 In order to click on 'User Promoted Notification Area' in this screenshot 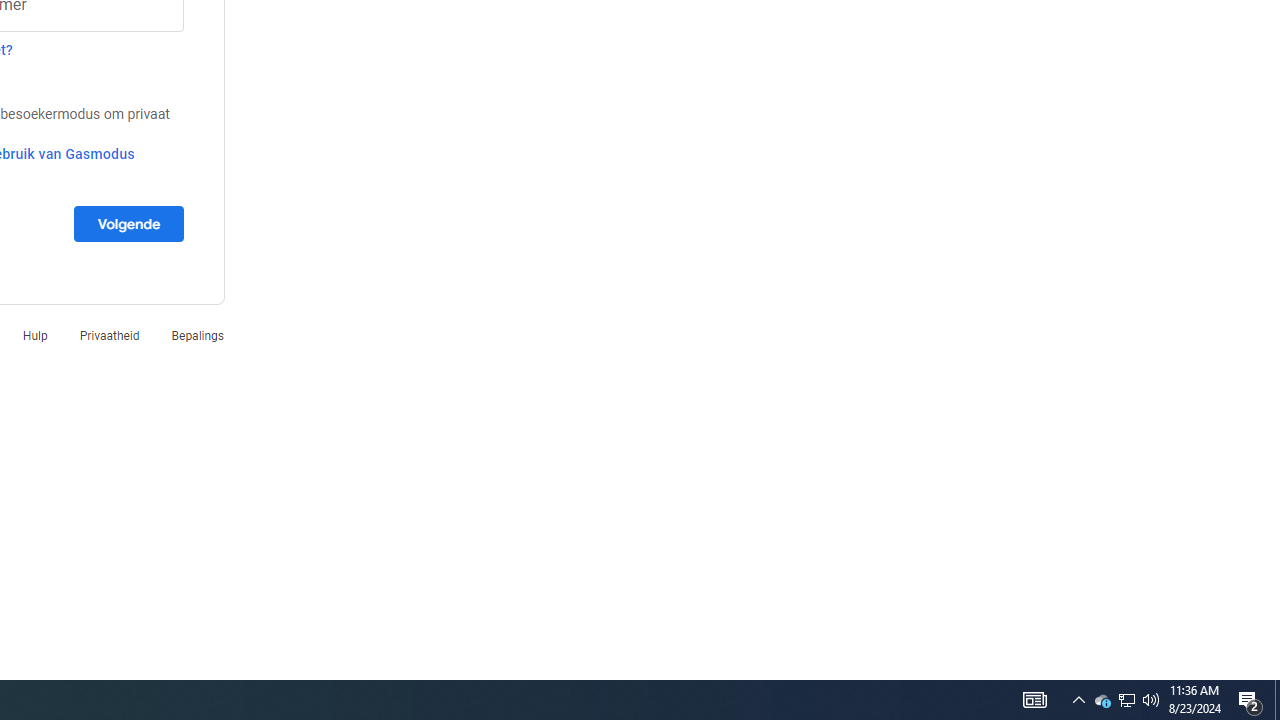, I will do `click(1127, 698)`.